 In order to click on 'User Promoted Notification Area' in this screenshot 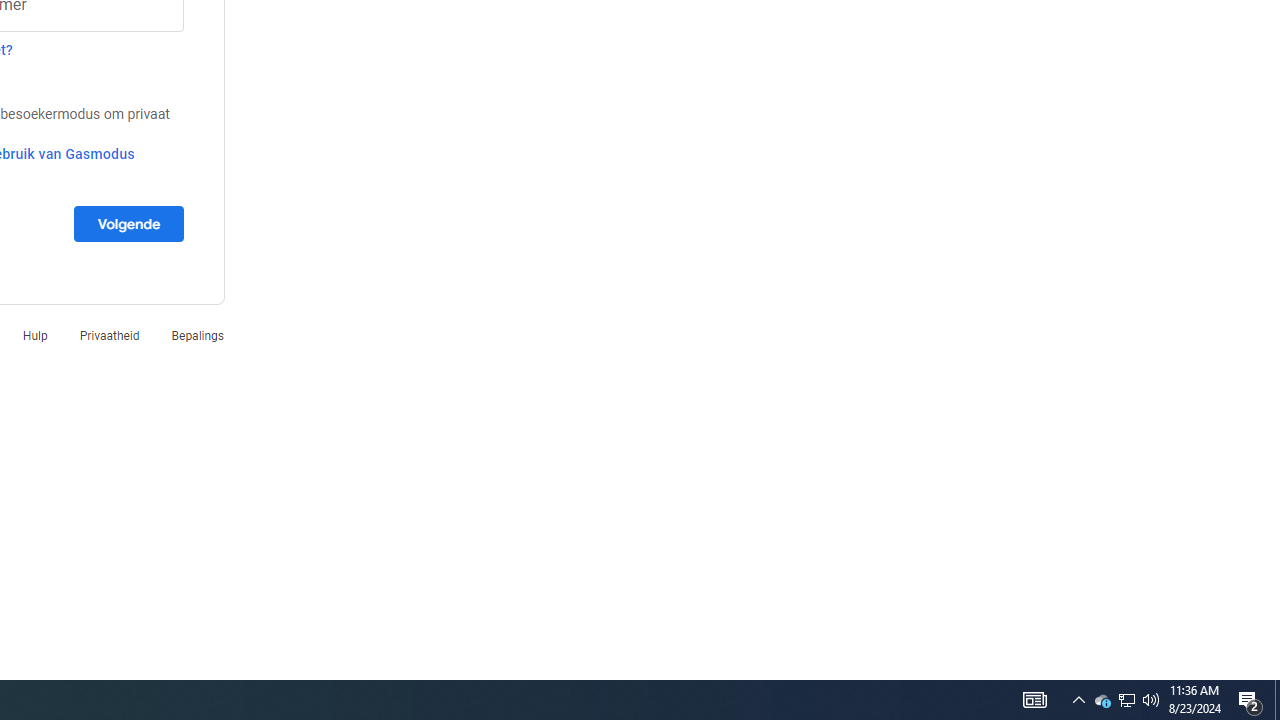, I will do `click(1127, 698)`.